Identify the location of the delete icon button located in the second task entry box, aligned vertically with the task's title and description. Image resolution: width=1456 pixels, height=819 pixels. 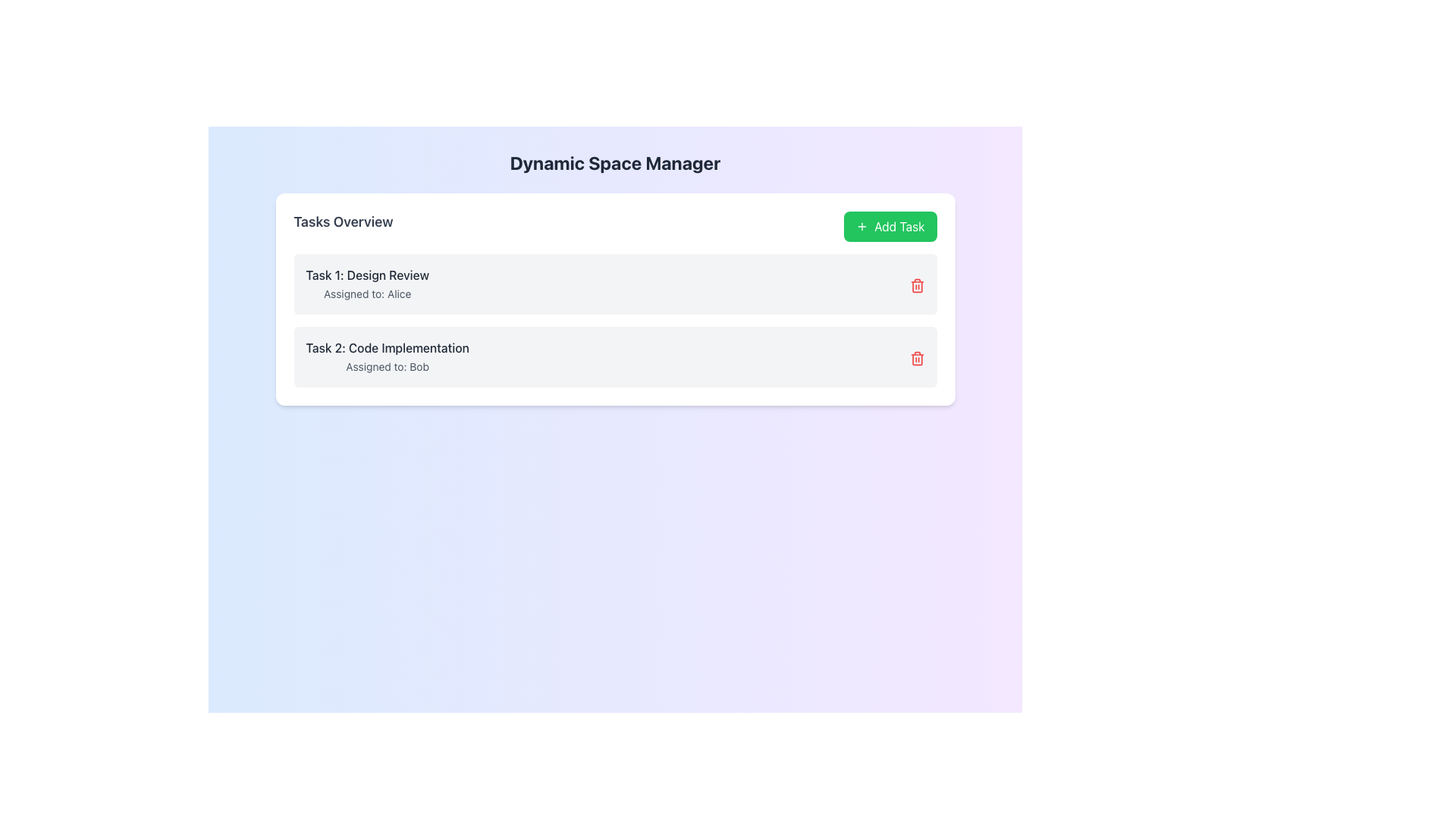
(916, 359).